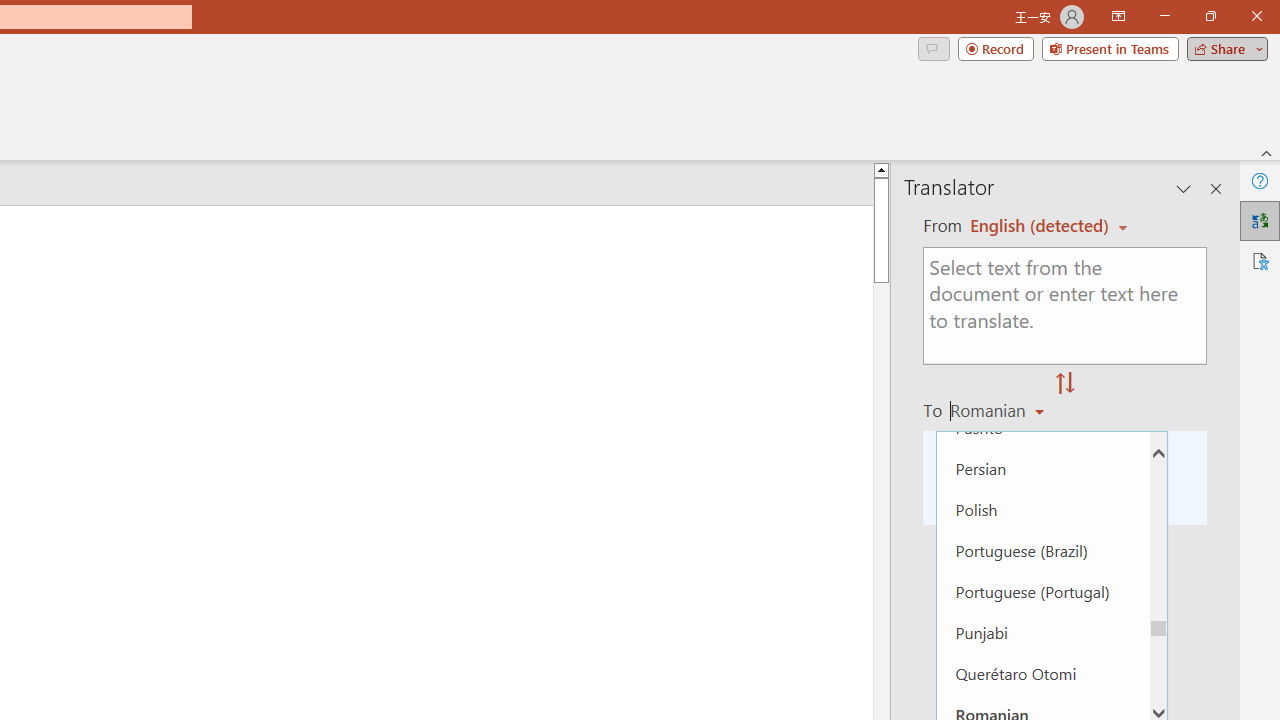 The image size is (1280, 720). Describe the element at coordinates (1042, 468) in the screenshot. I see `'Persian'` at that location.